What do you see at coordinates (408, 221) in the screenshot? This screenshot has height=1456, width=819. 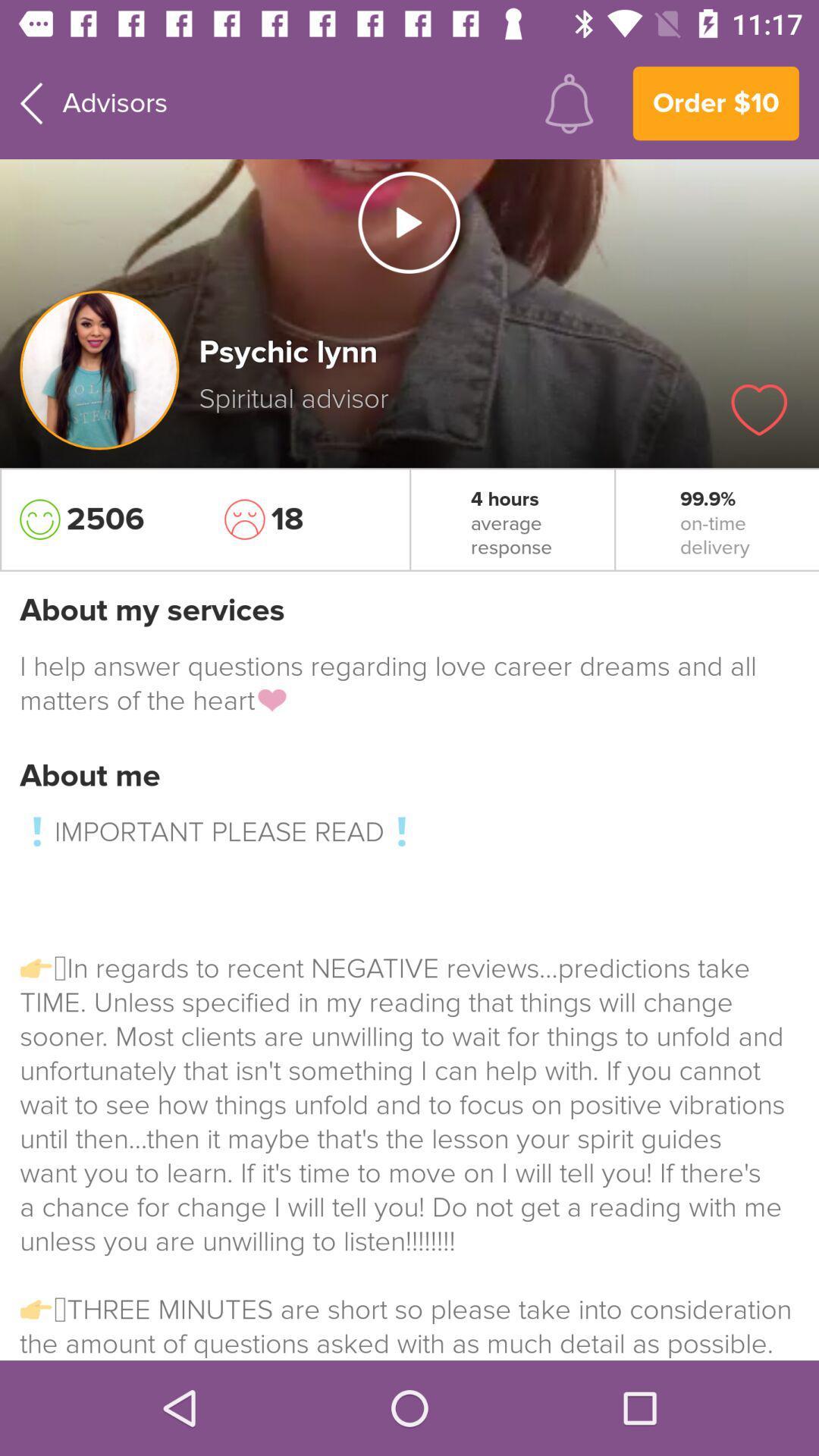 I see `the play icon` at bounding box center [408, 221].